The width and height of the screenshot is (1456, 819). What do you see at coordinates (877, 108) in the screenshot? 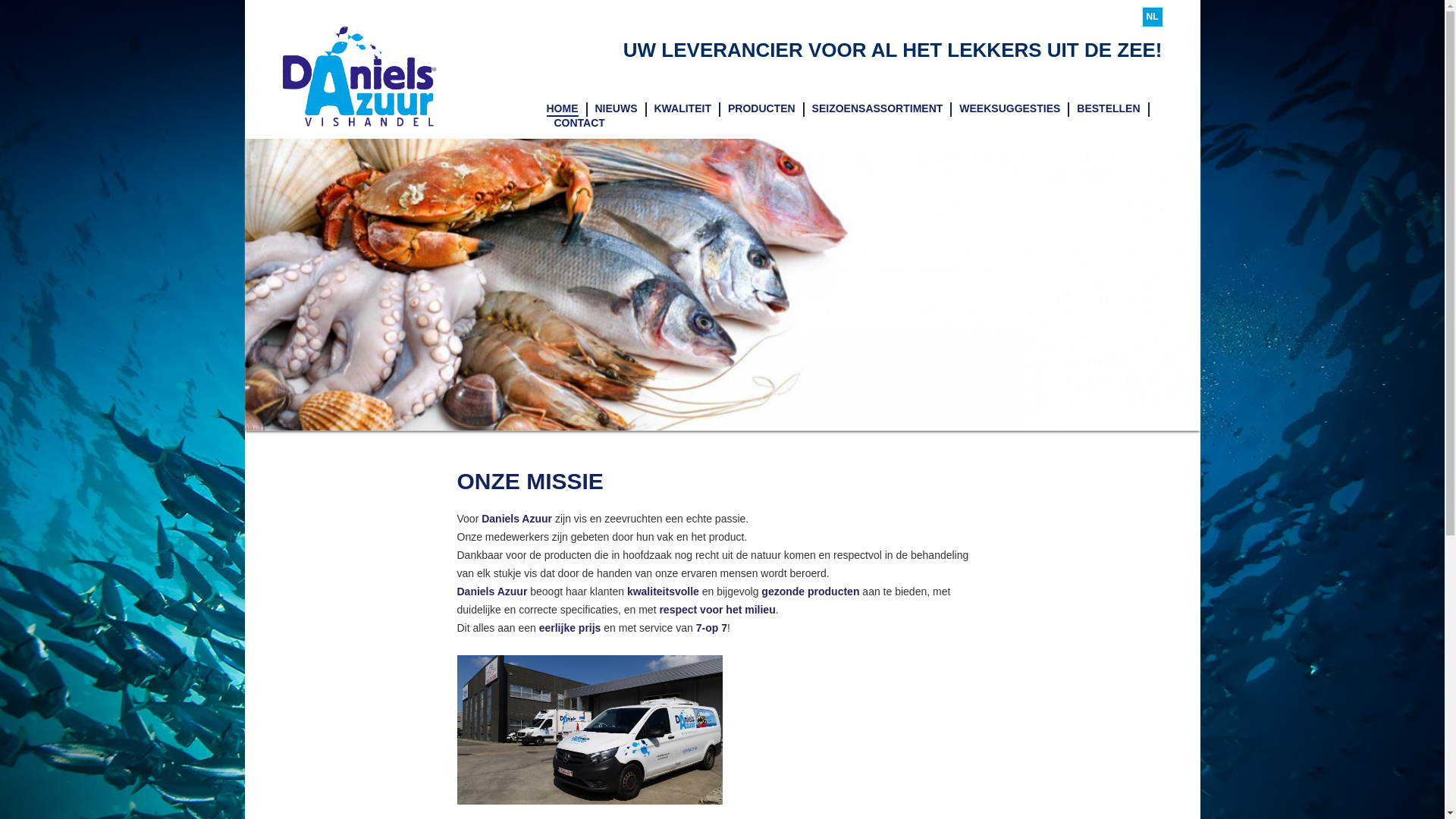
I see `'SEIZOENSASSORTIMENT'` at bounding box center [877, 108].